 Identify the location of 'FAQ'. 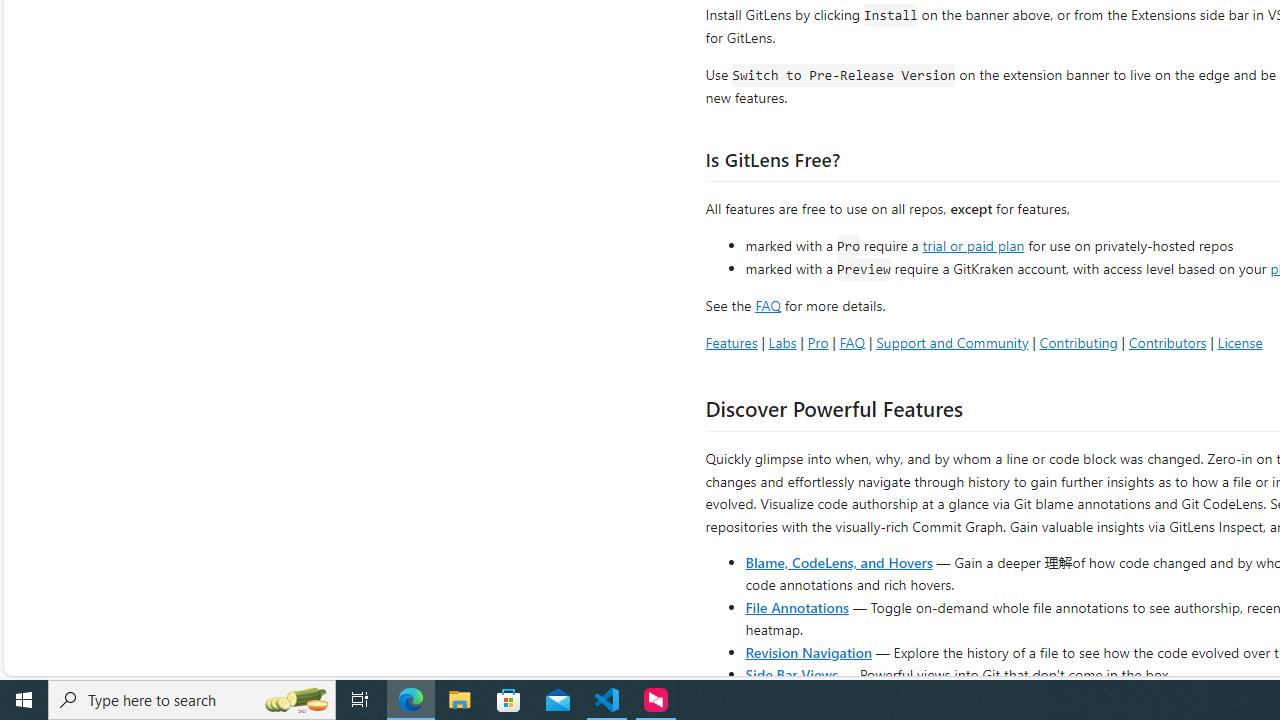
(852, 341).